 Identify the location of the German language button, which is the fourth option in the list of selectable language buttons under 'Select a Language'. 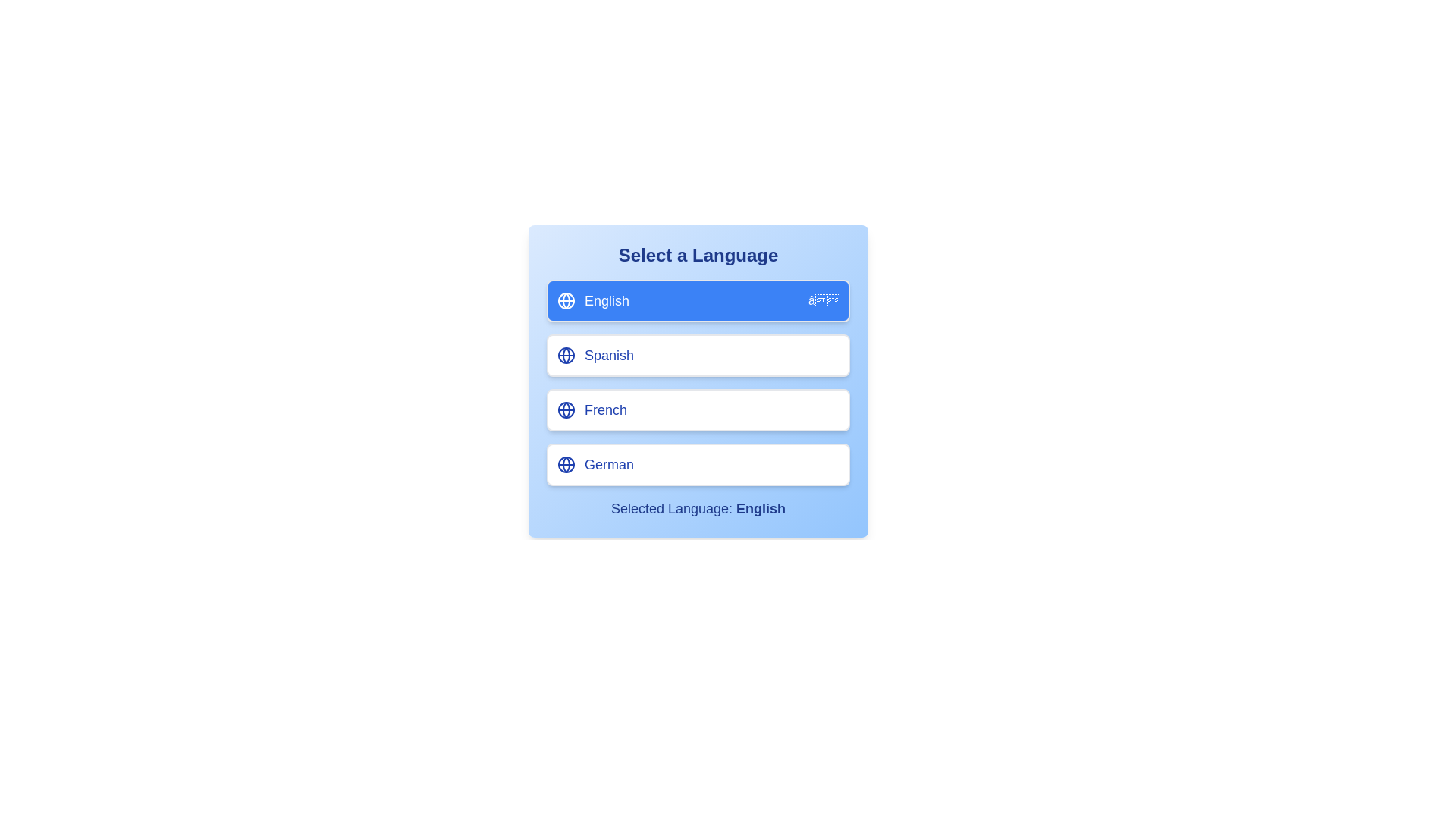
(698, 464).